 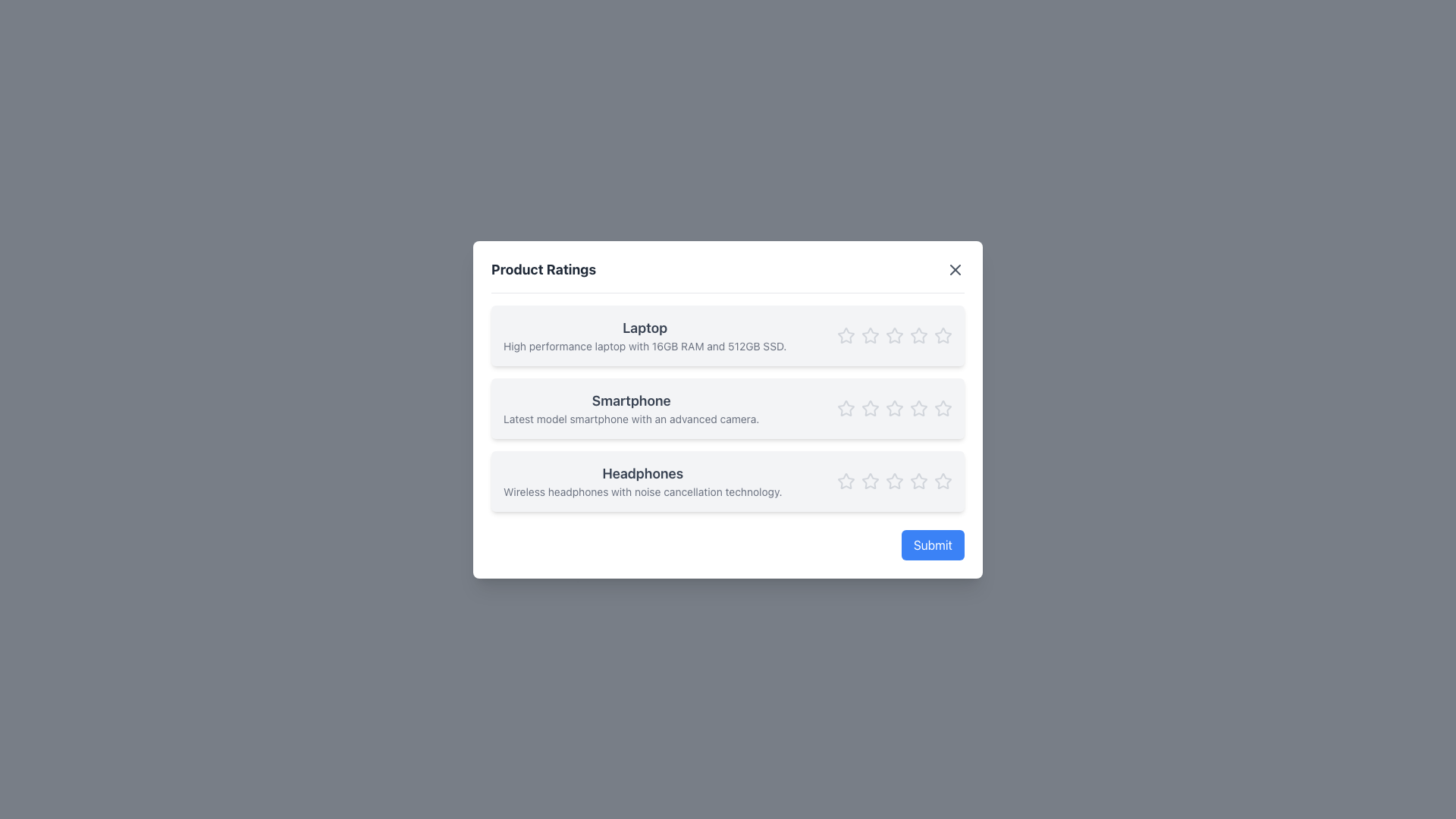 I want to click on the static text label indicating the product type, which is located above the description text 'High performance laptop with 16GB RAM and 512GB SSD.', so click(x=645, y=327).